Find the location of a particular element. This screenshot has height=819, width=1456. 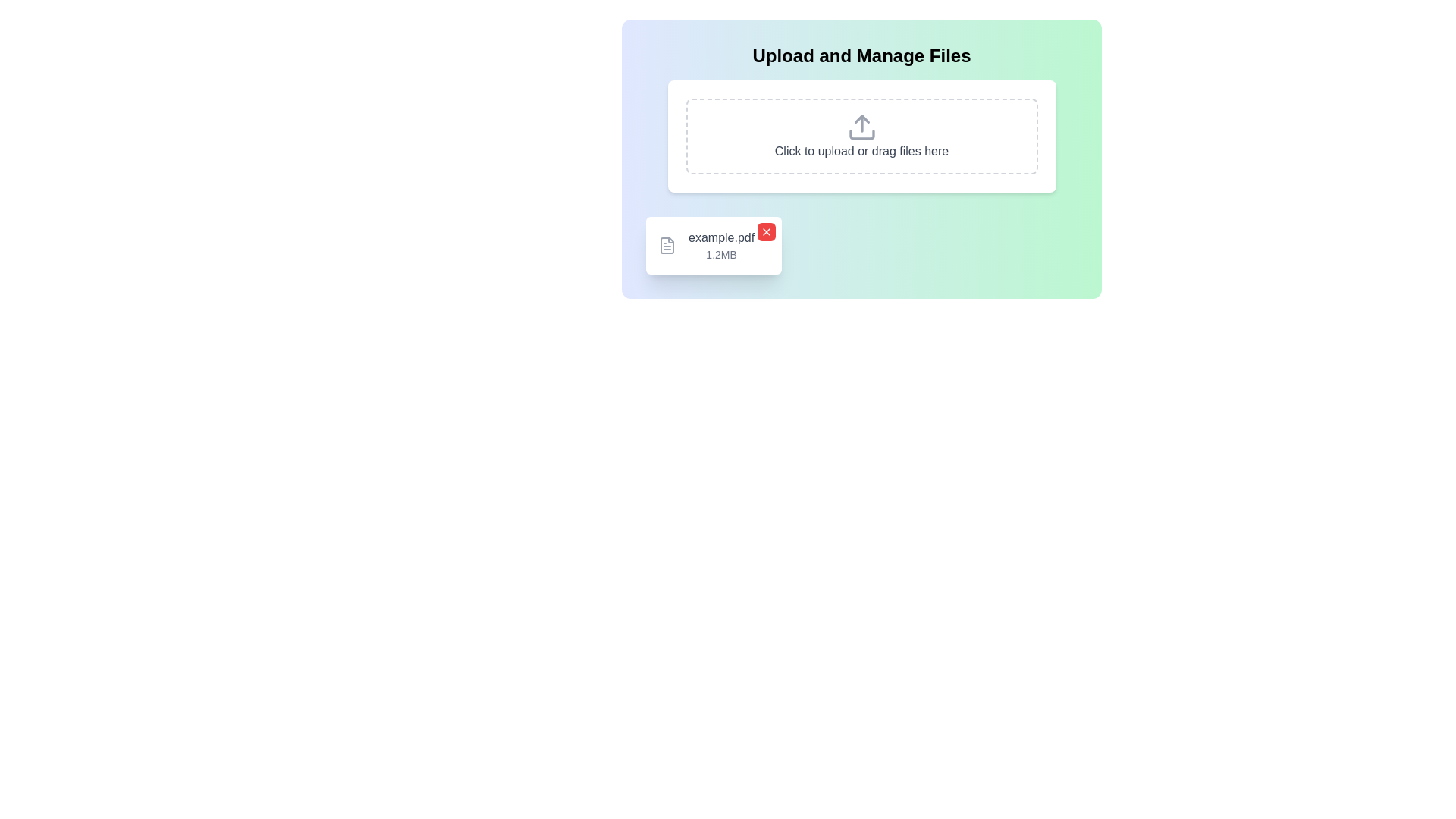

the close action icon button, which is a small red circular button with an 'X' symbol, located at the top-right of the document card is located at coordinates (767, 231).